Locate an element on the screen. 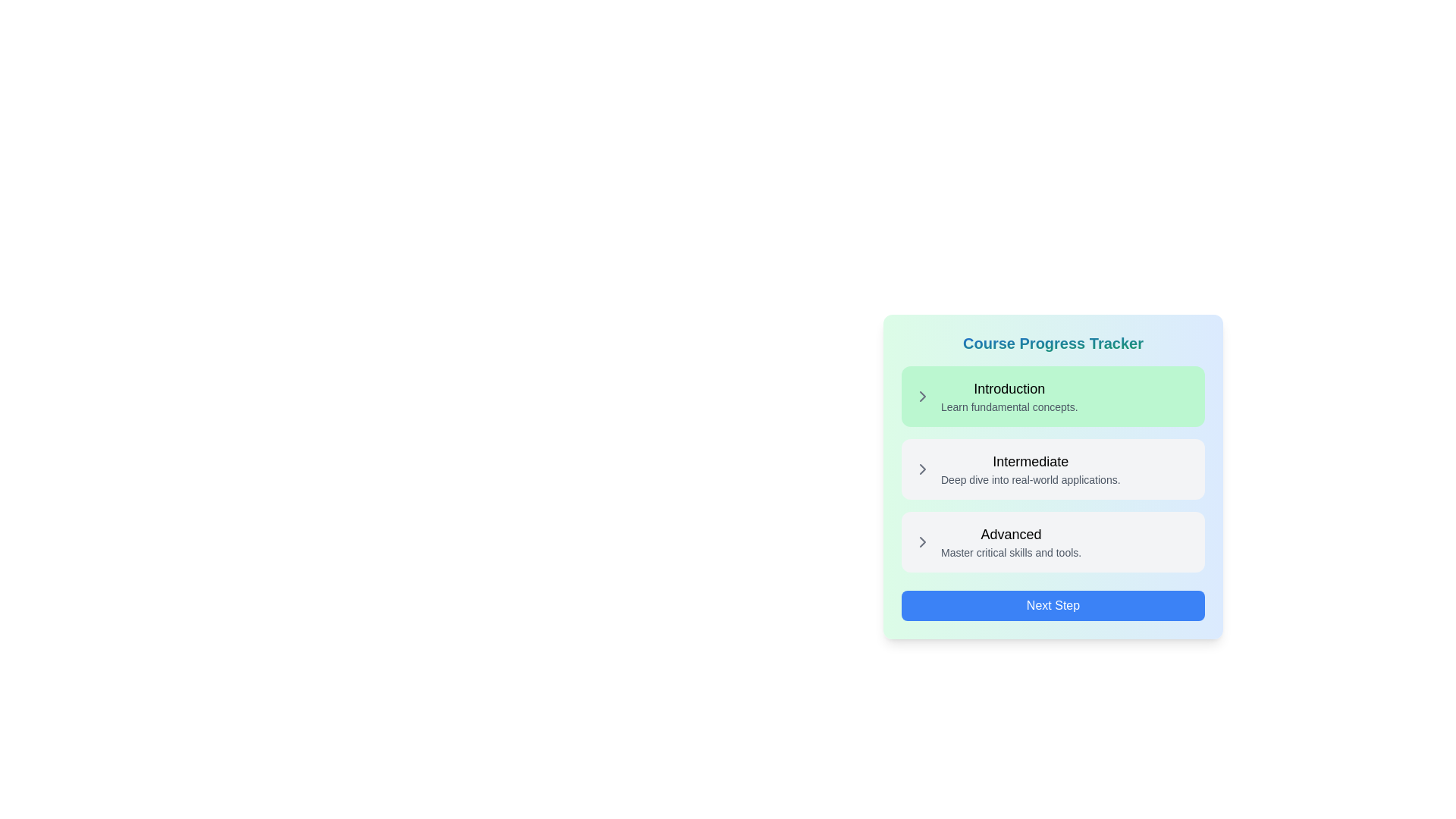 The image size is (1456, 819). the dark gray right arrow icon button located to the left of the text 'Intermediate' within the light gray rectangular background in the middle option of the course levels progress tracker is located at coordinates (922, 468).